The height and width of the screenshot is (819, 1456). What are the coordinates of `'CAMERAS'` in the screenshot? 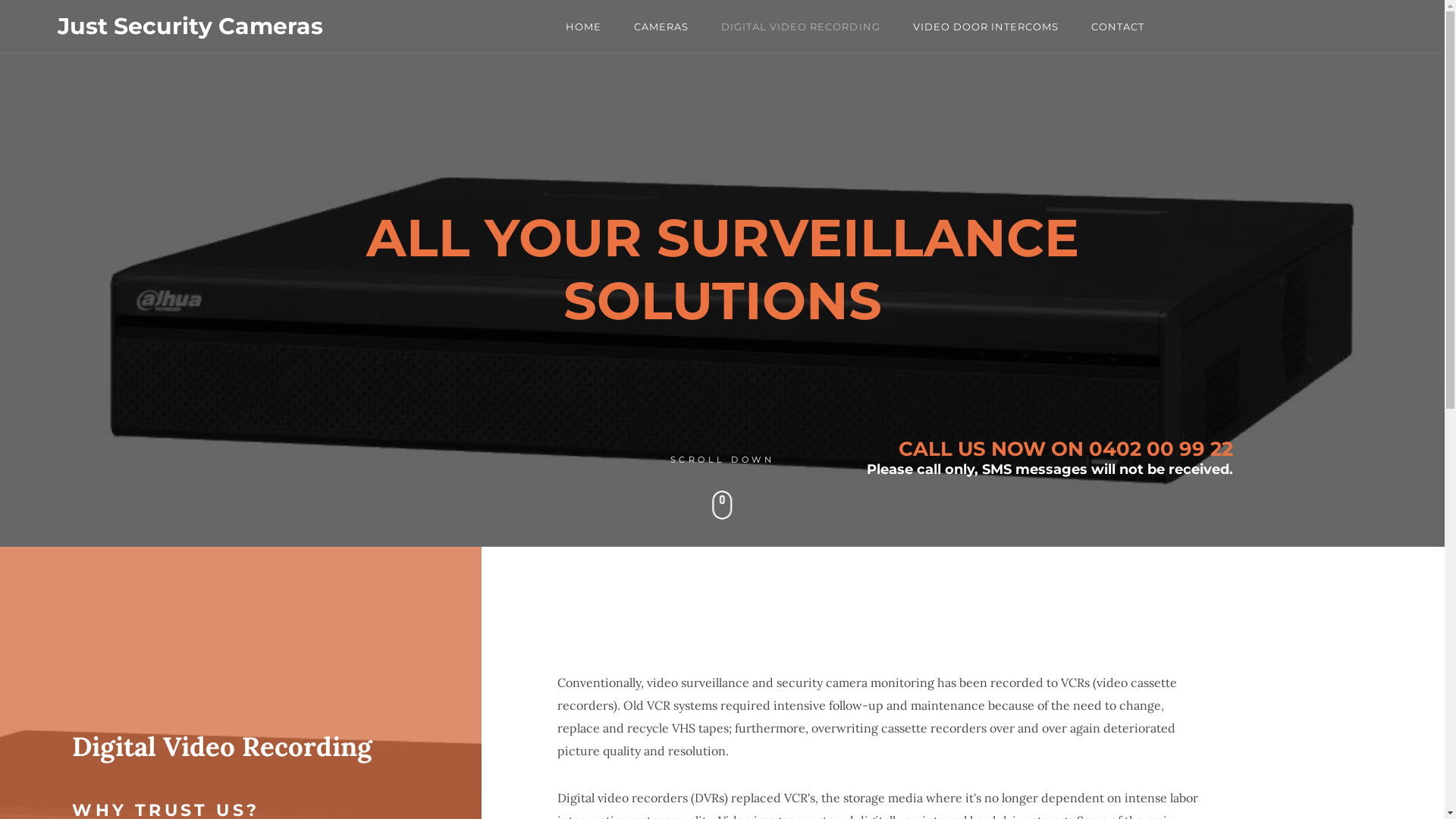 It's located at (661, 26).